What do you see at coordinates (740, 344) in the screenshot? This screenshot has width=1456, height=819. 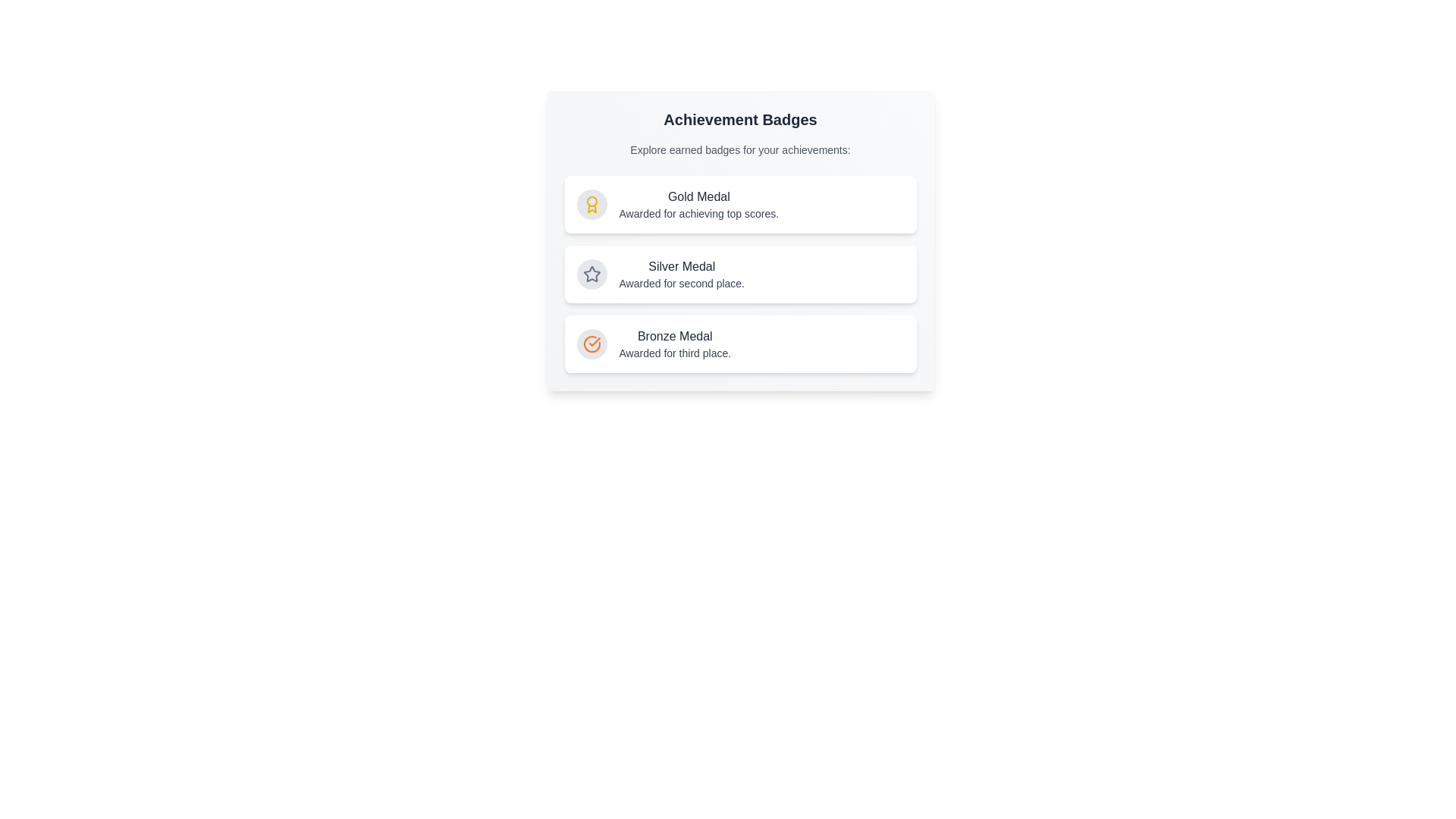 I see `the 'Bronze Medal' information card, which is the third item in a vertical list of achievement badges, to interact or navigate` at bounding box center [740, 344].